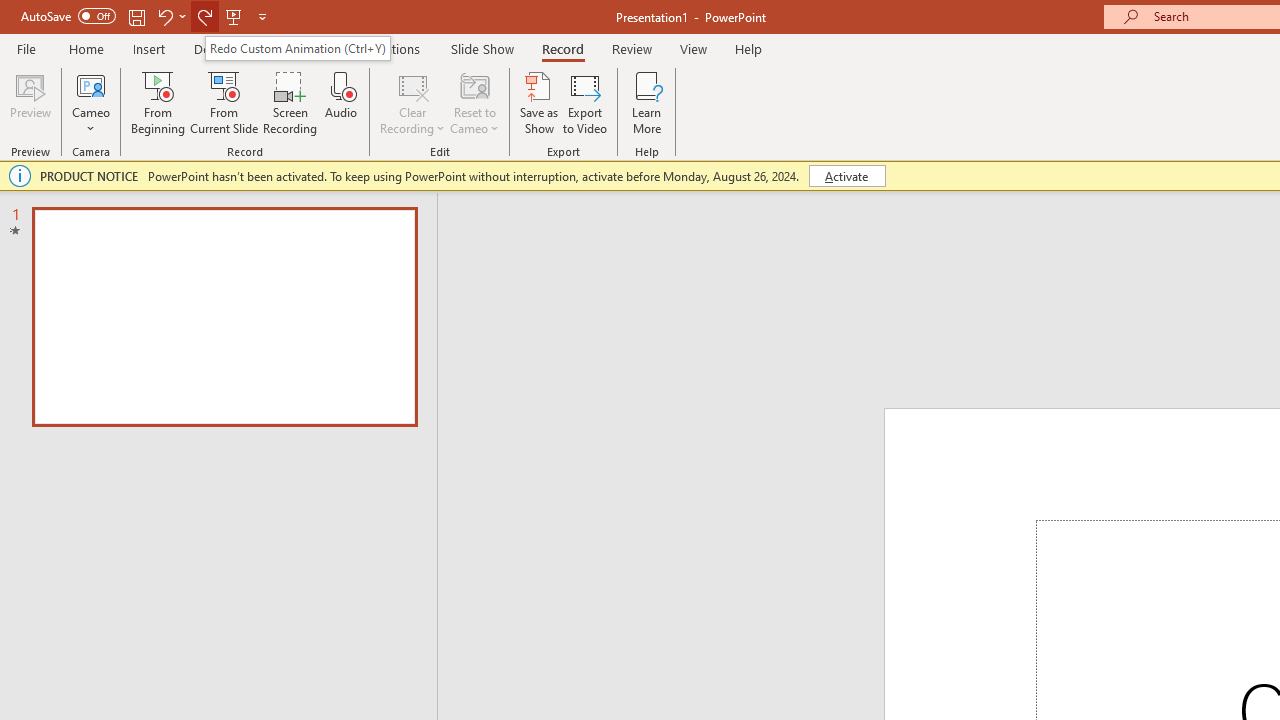  Describe the element at coordinates (847, 175) in the screenshot. I see `'Activate'` at that location.